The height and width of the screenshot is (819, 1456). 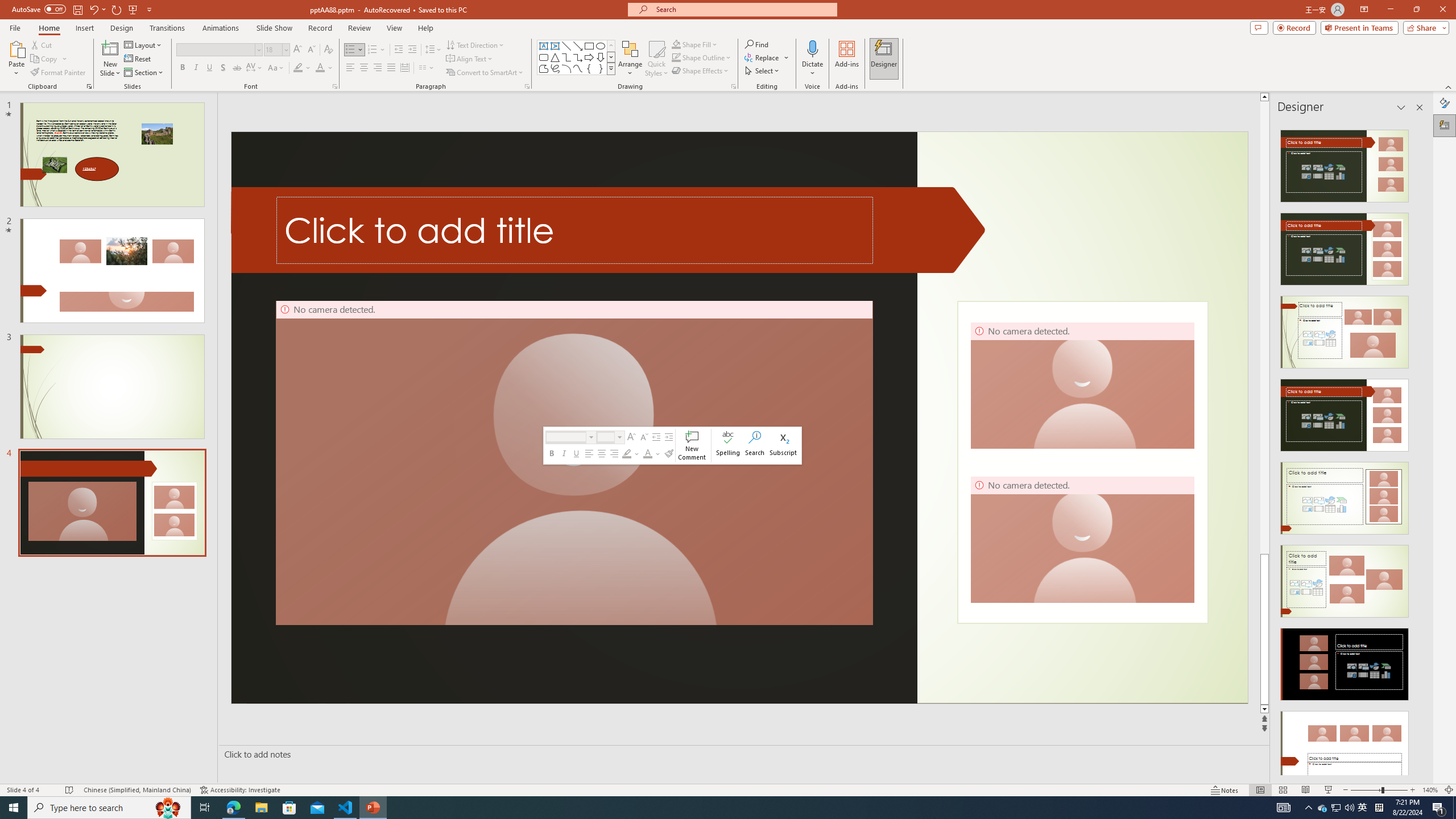 What do you see at coordinates (485, 72) in the screenshot?
I see `'Convert to SmartArt'` at bounding box center [485, 72].